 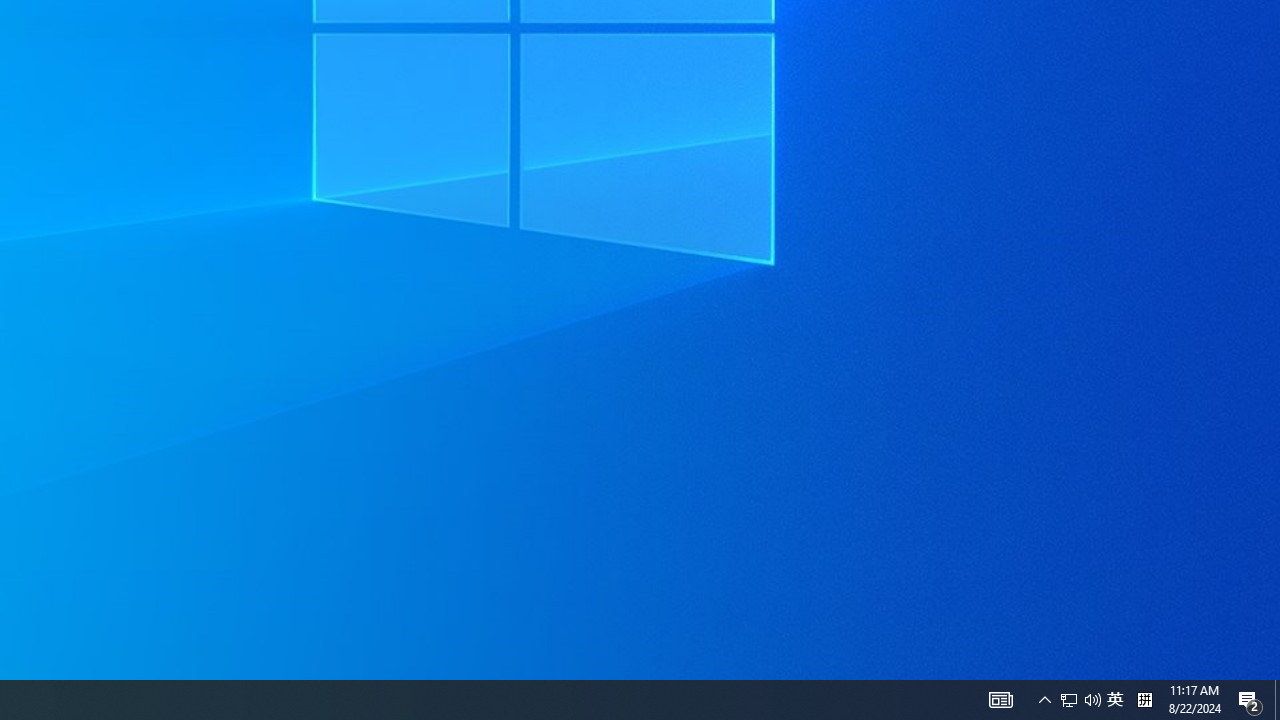 What do you see at coordinates (1250, 698) in the screenshot?
I see `'Action Center, 2 new notifications'` at bounding box center [1250, 698].